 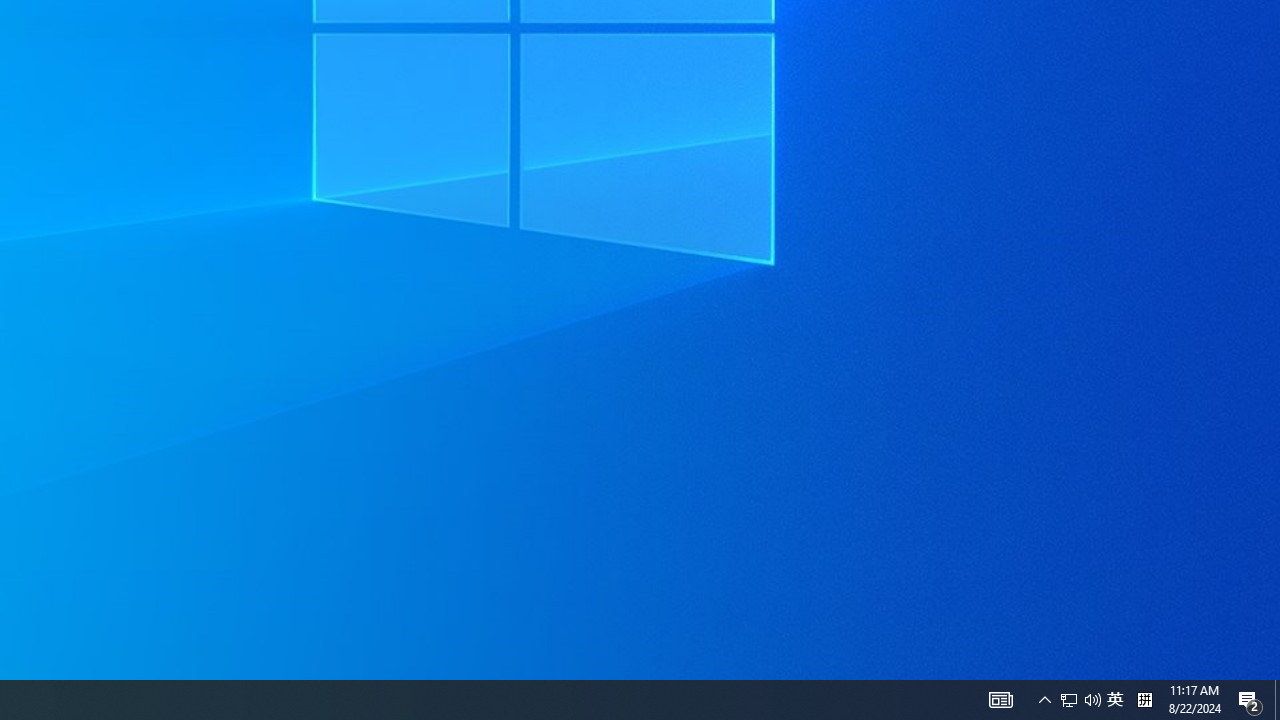 What do you see at coordinates (1250, 698) in the screenshot?
I see `'Action Center, 2 new notifications'` at bounding box center [1250, 698].